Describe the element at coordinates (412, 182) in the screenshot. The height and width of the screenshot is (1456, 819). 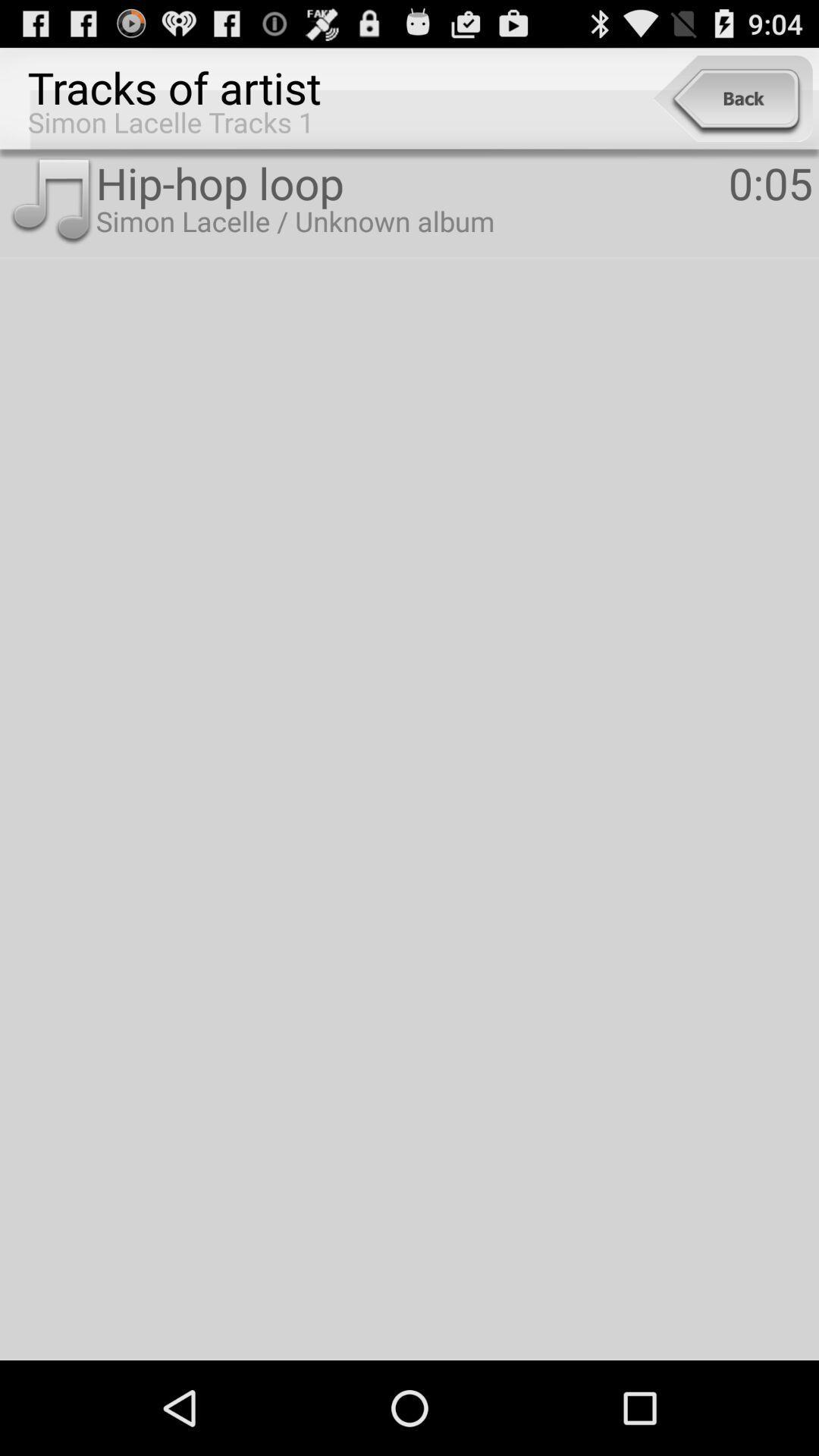
I see `the item to the left of 0:05 icon` at that location.